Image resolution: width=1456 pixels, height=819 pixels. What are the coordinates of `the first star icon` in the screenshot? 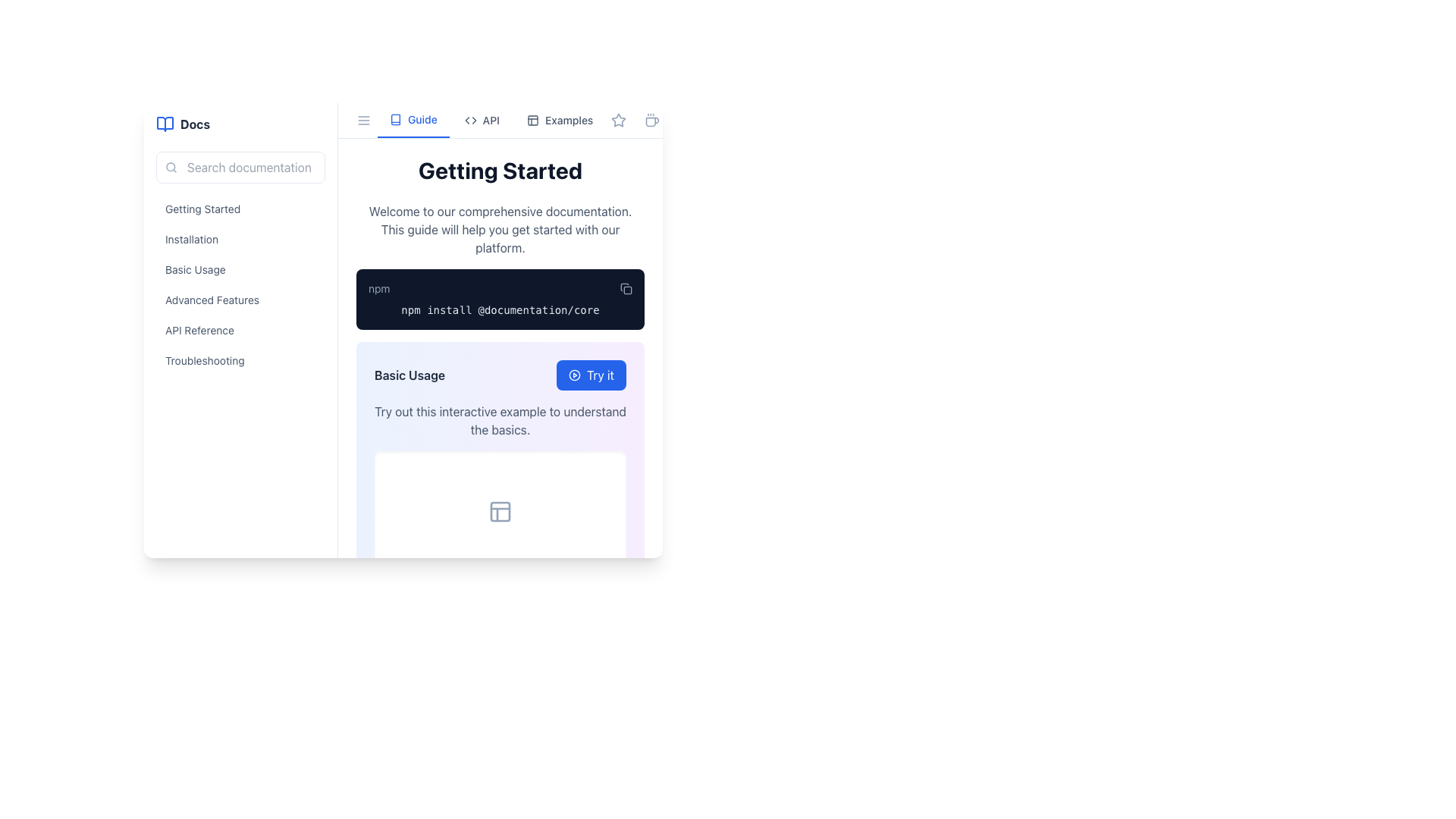 It's located at (619, 119).